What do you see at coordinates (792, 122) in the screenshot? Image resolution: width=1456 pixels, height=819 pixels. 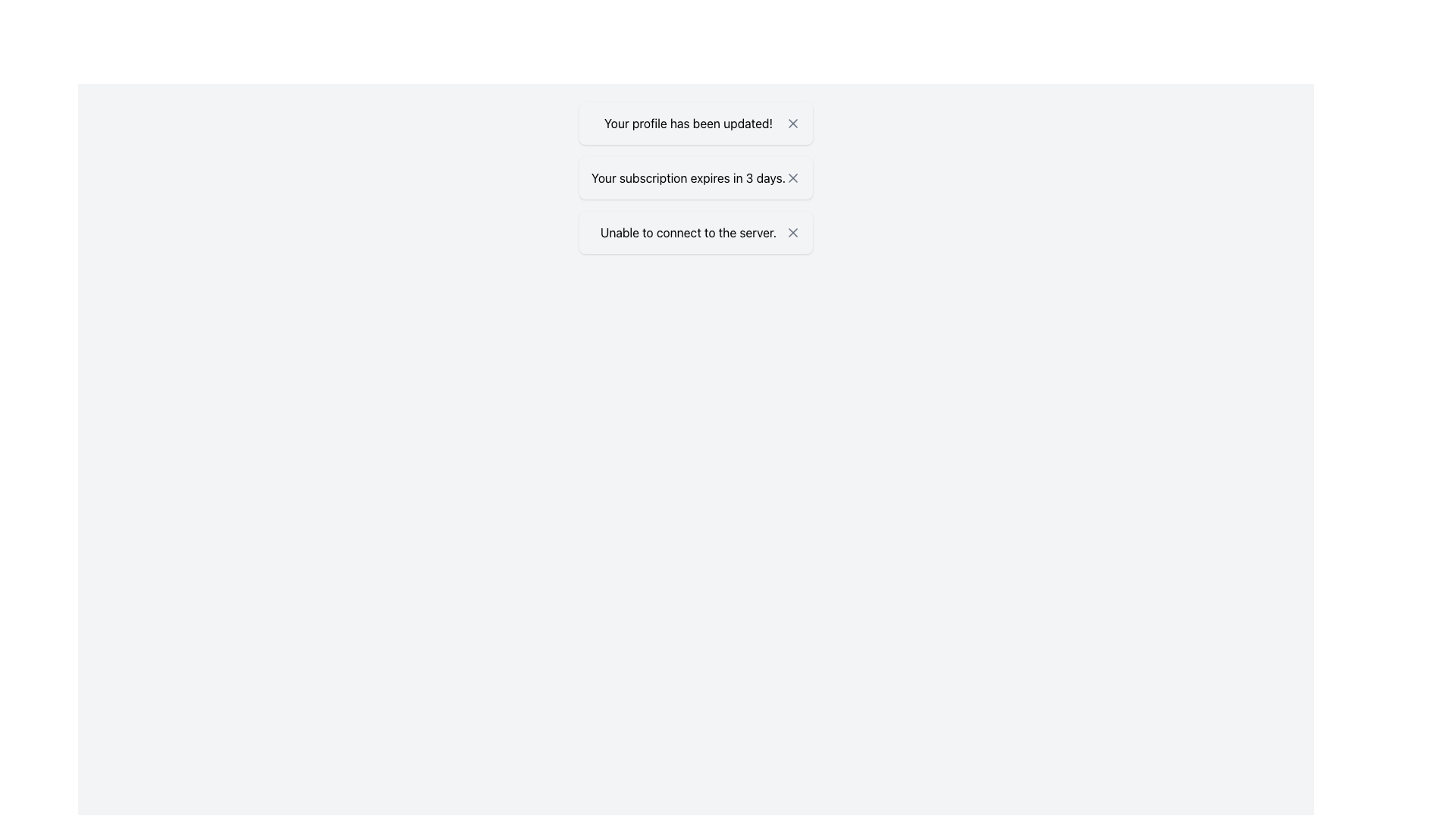 I see `the dismiss icon located to the right of the notification box that says 'Your profile has been updated!'` at bounding box center [792, 122].